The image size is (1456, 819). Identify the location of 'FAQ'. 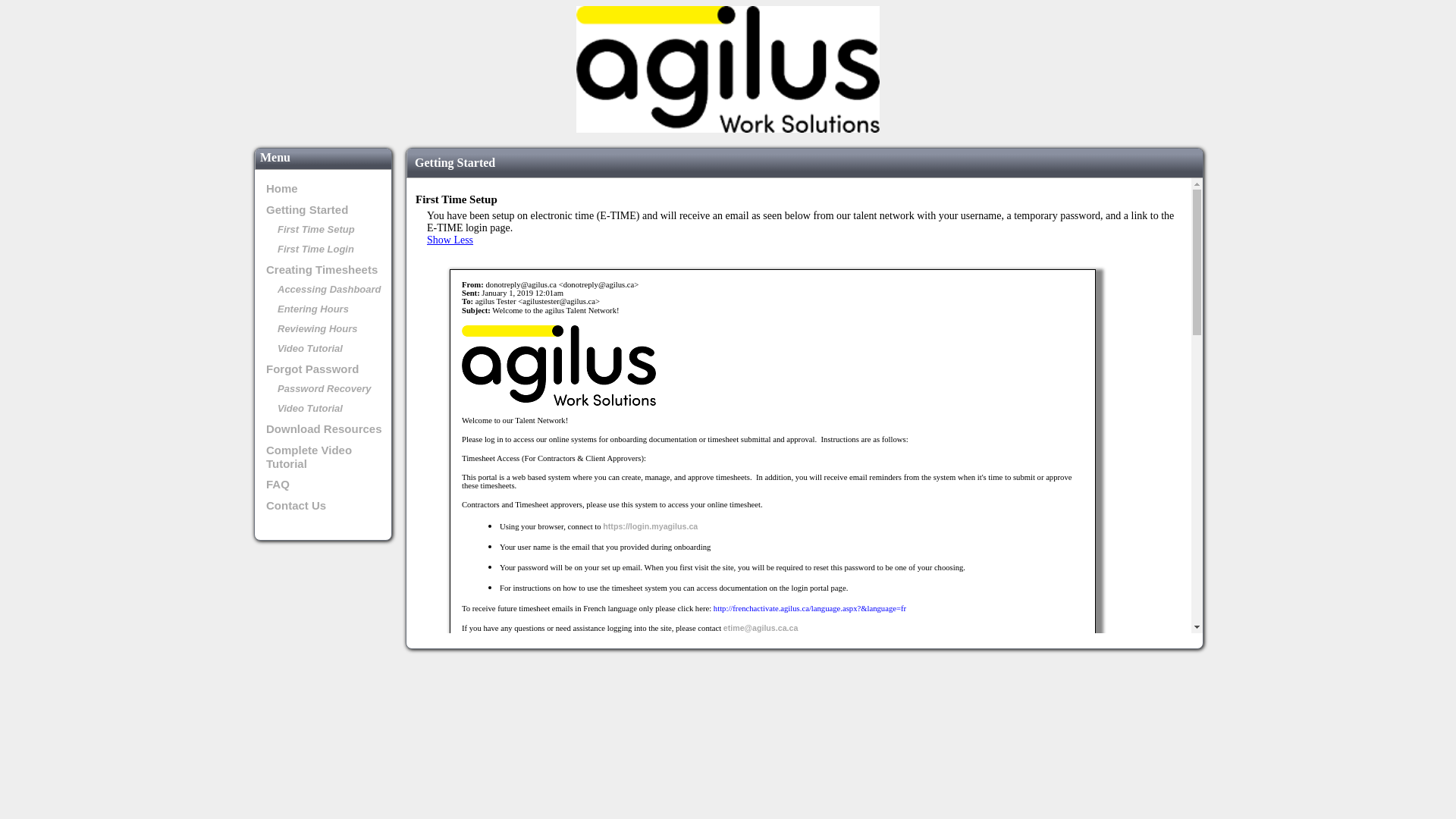
(278, 484).